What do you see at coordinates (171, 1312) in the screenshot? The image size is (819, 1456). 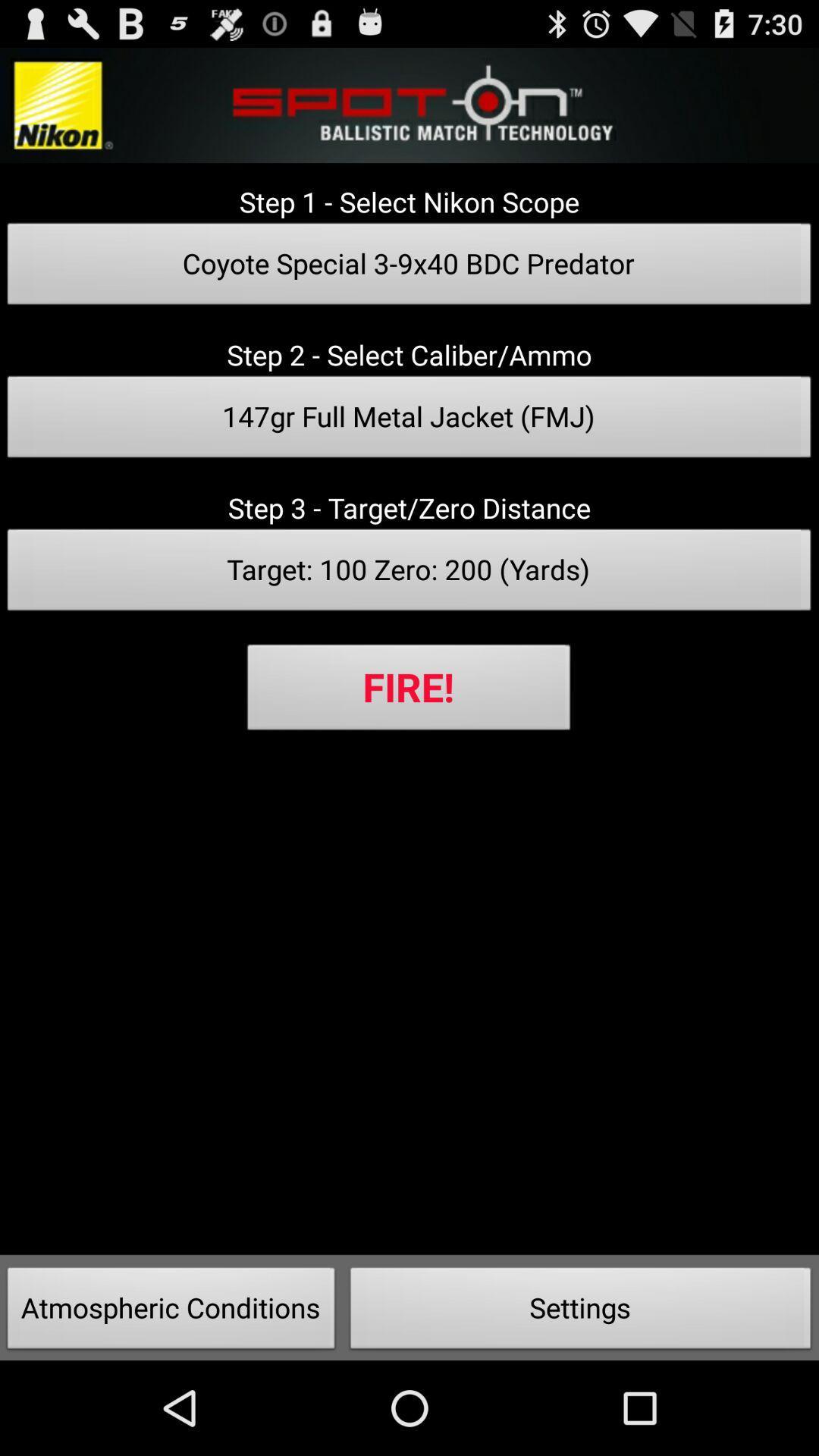 I see `the button next to the settings button` at bounding box center [171, 1312].